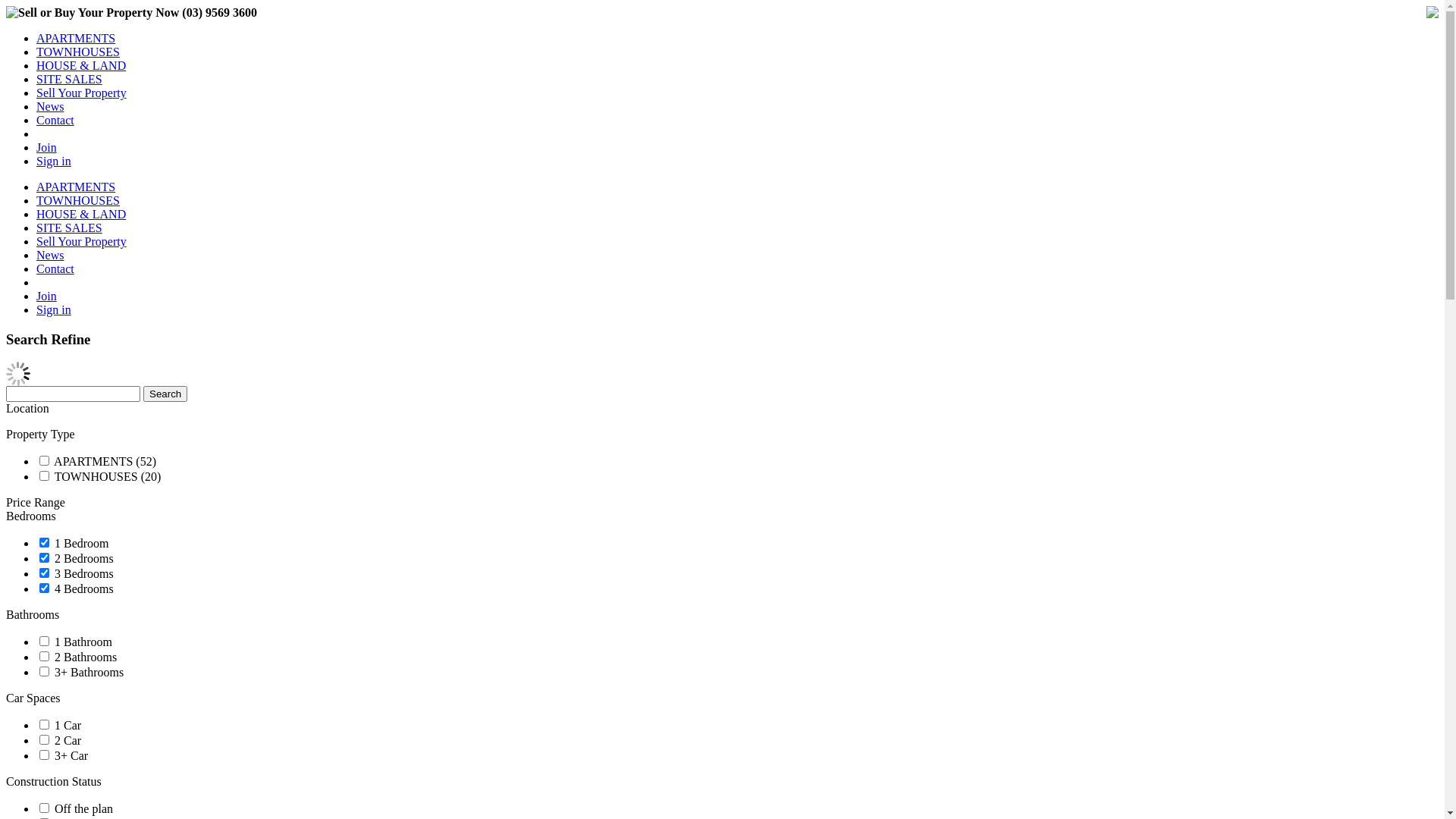 This screenshot has width=1456, height=819. I want to click on 'HOUSE & LAND', so click(80, 64).